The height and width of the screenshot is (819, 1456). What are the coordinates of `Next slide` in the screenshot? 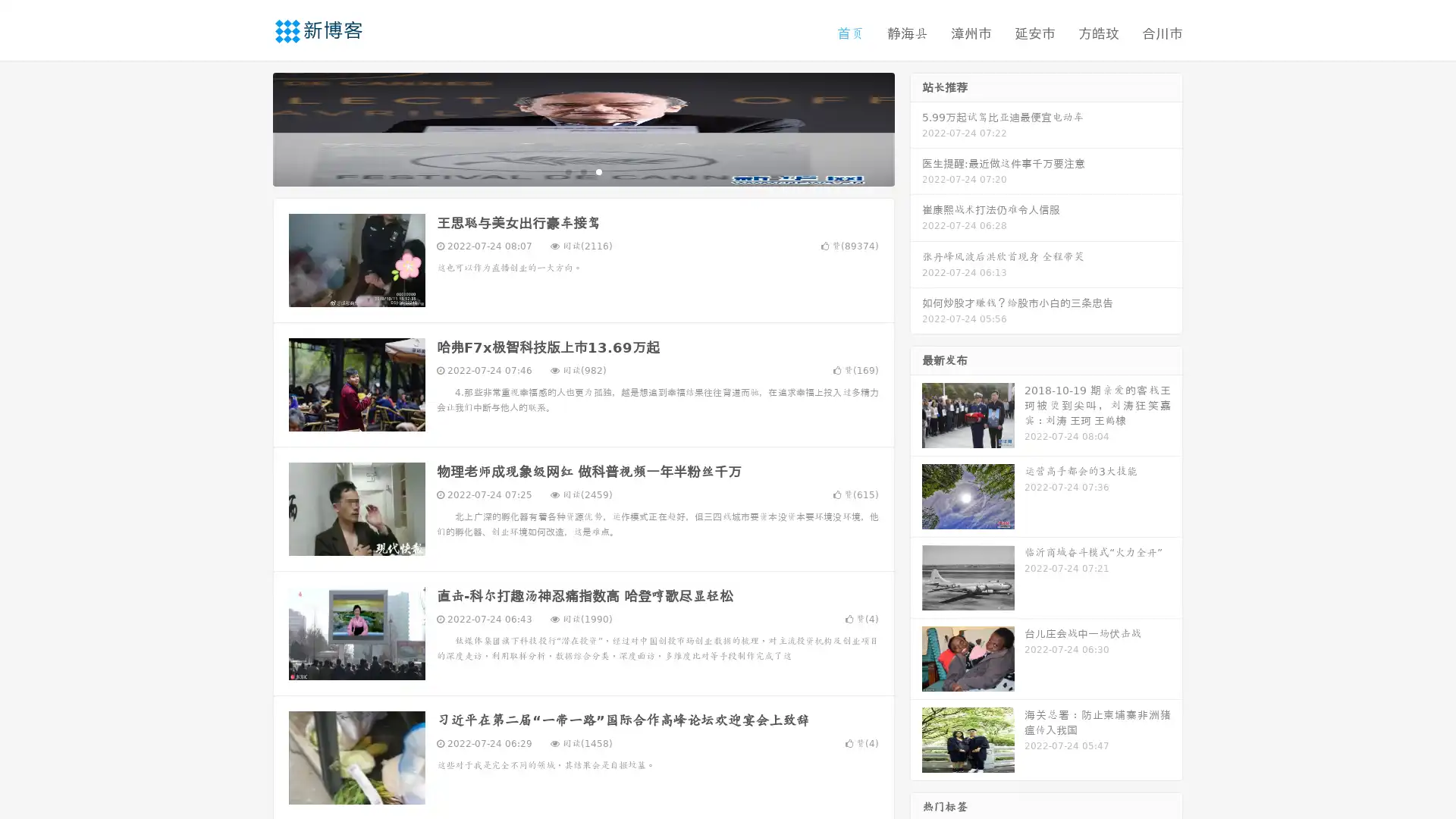 It's located at (916, 127).